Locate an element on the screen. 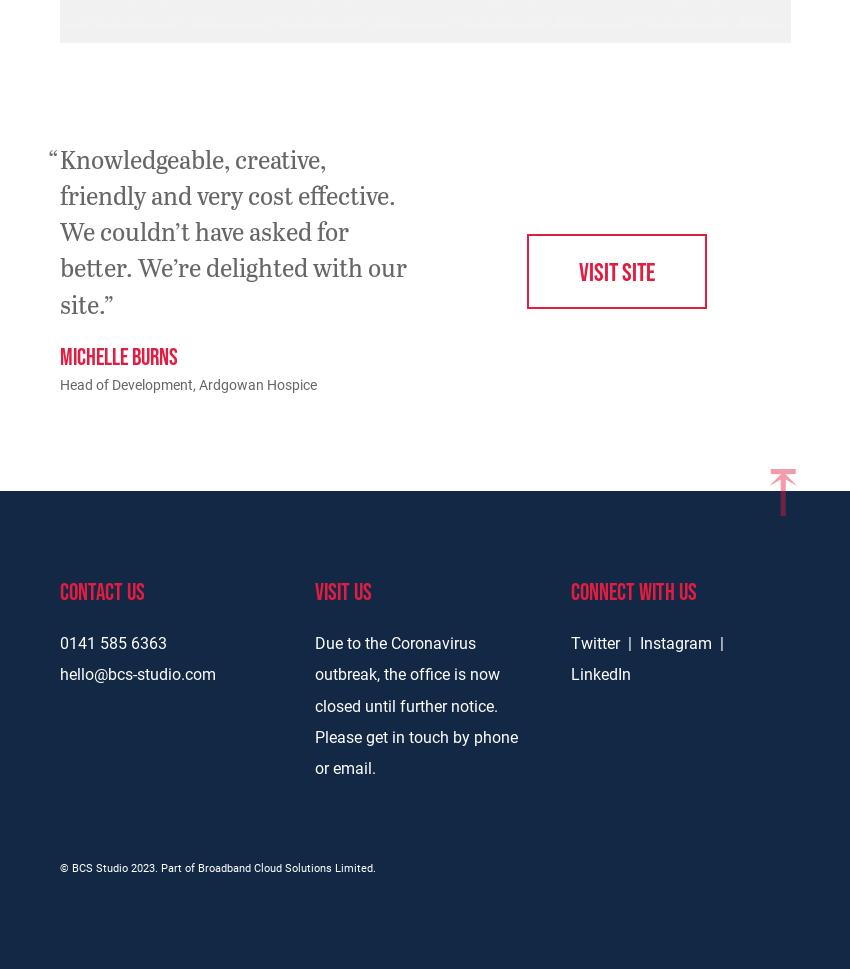  'Contact Us' is located at coordinates (100, 589).